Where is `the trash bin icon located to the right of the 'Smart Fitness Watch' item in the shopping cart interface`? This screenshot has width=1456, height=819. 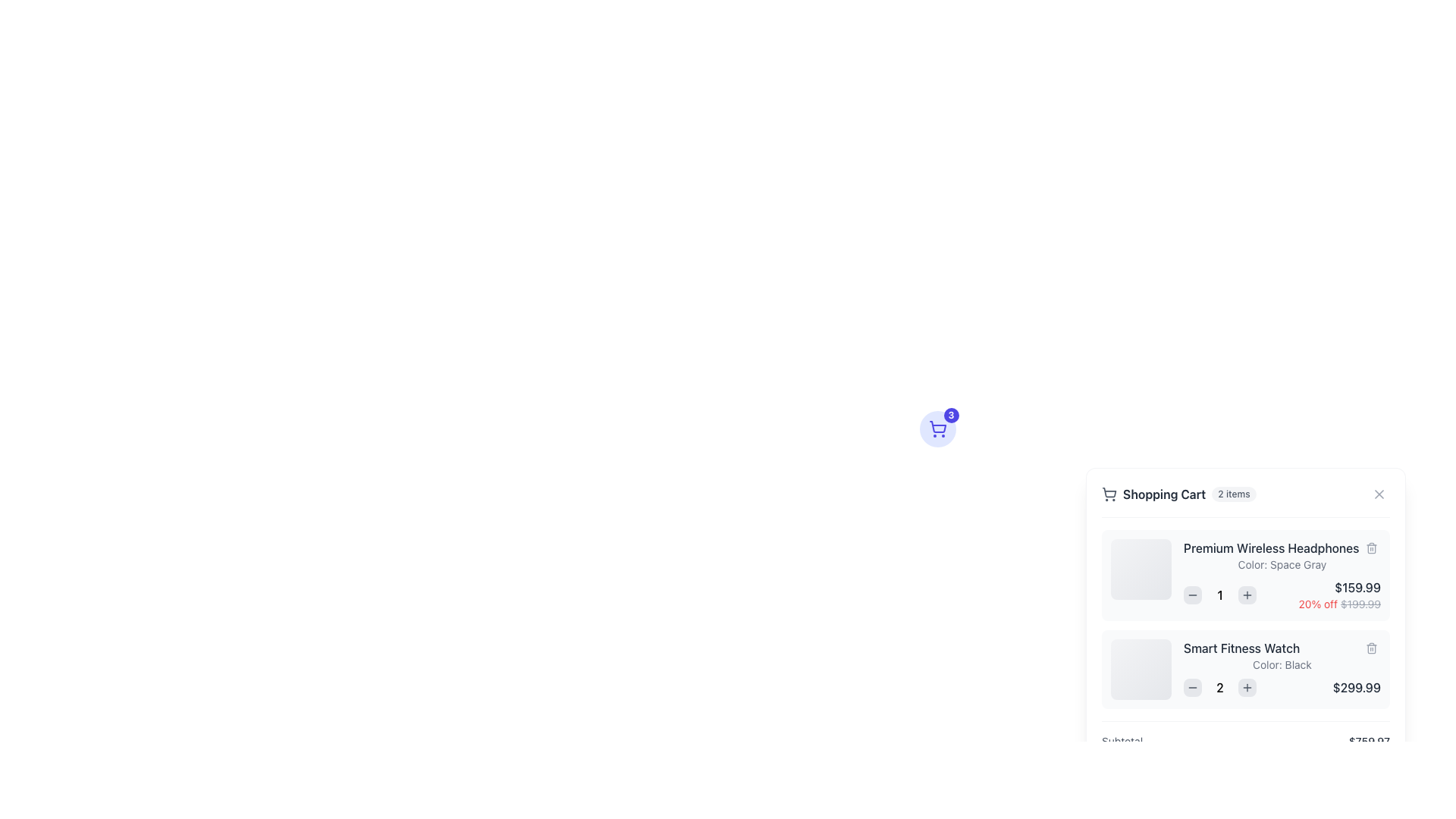 the trash bin icon located to the right of the 'Smart Fitness Watch' item in the shopping cart interface is located at coordinates (1372, 648).